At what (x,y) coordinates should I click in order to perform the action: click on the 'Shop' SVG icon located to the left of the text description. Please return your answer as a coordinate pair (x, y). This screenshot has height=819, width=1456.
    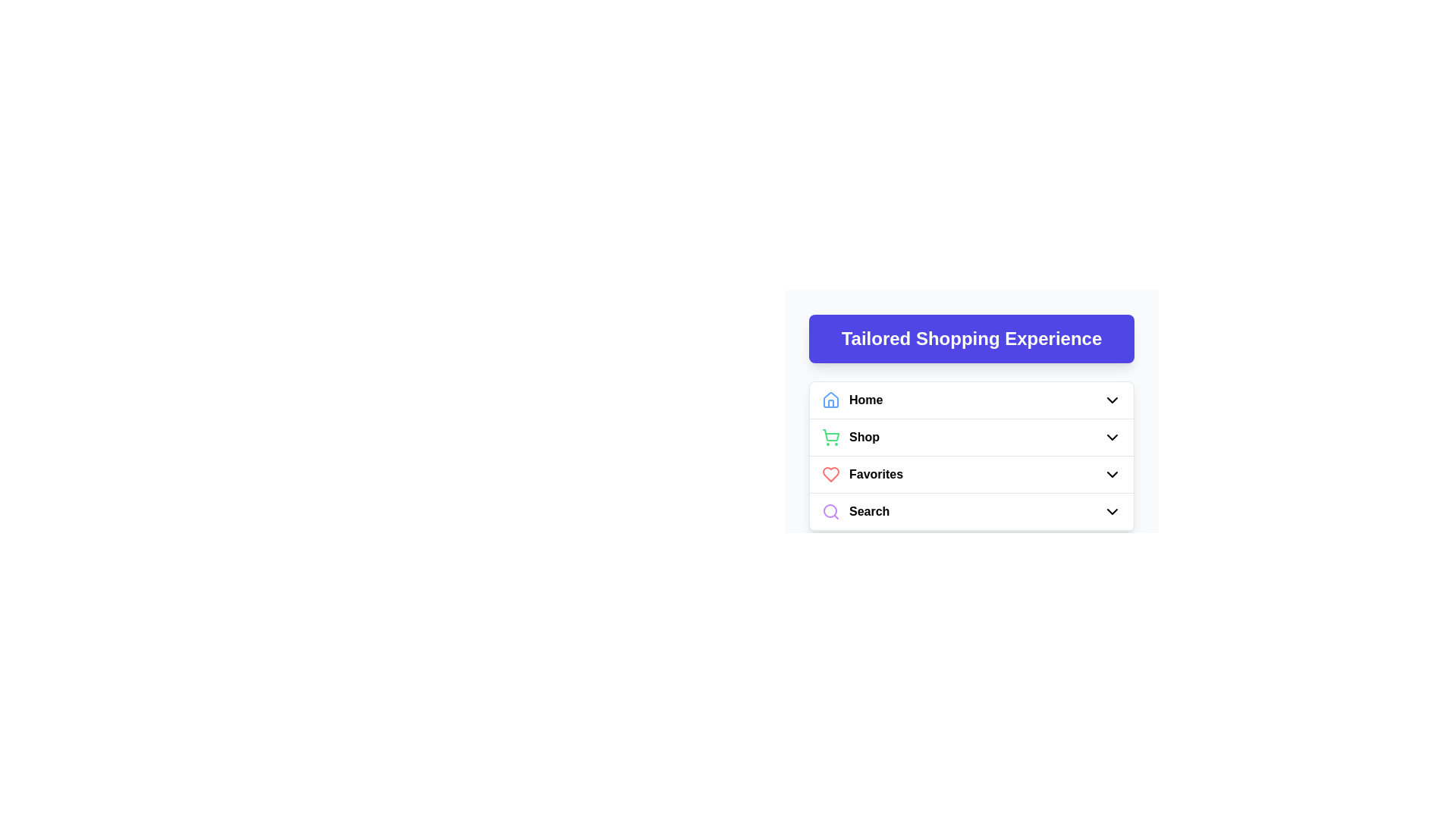
    Looking at the image, I should click on (830, 438).